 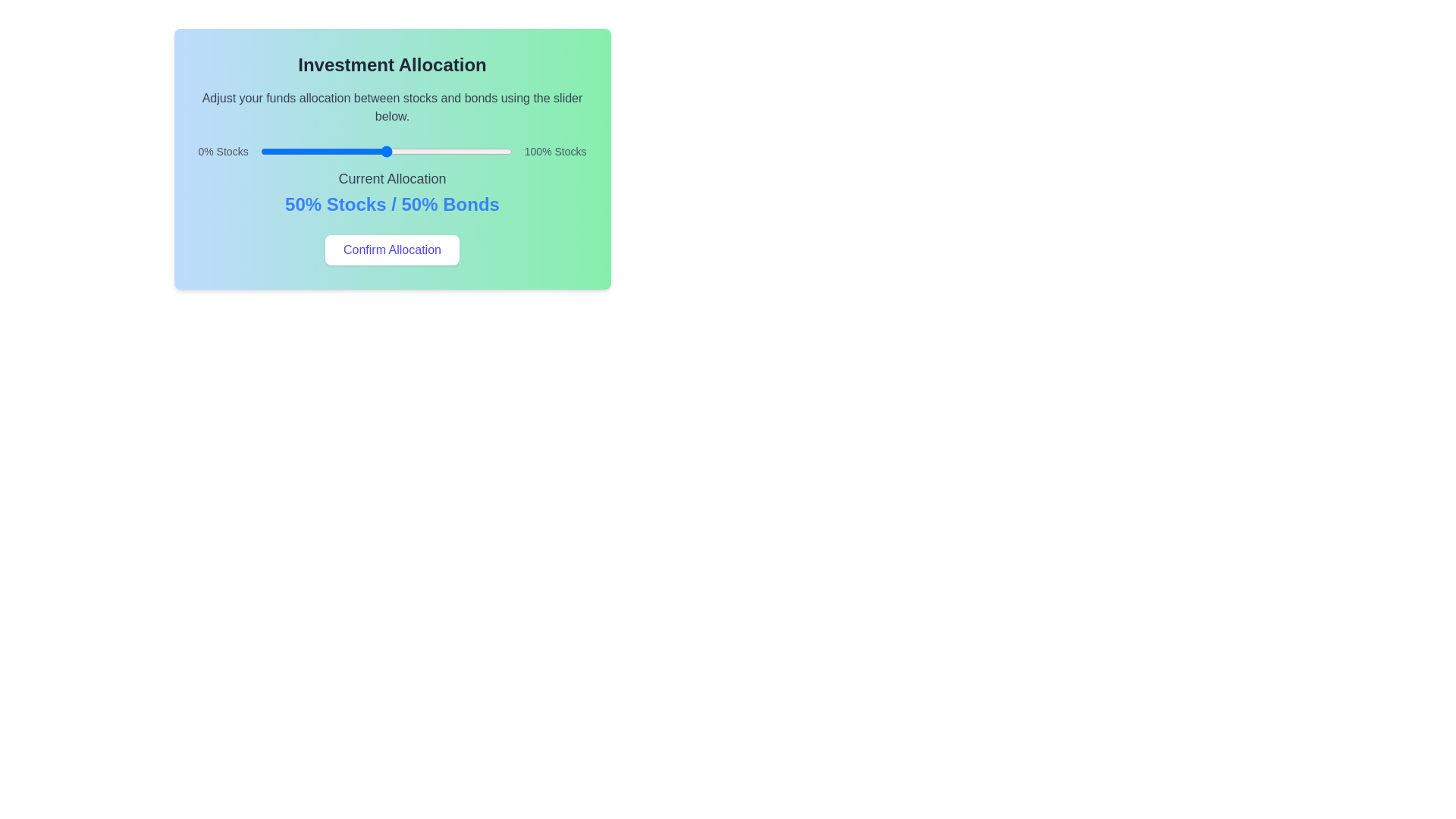 I want to click on the slider to set the investment allocation to 38% of stocks, so click(x=355, y=152).